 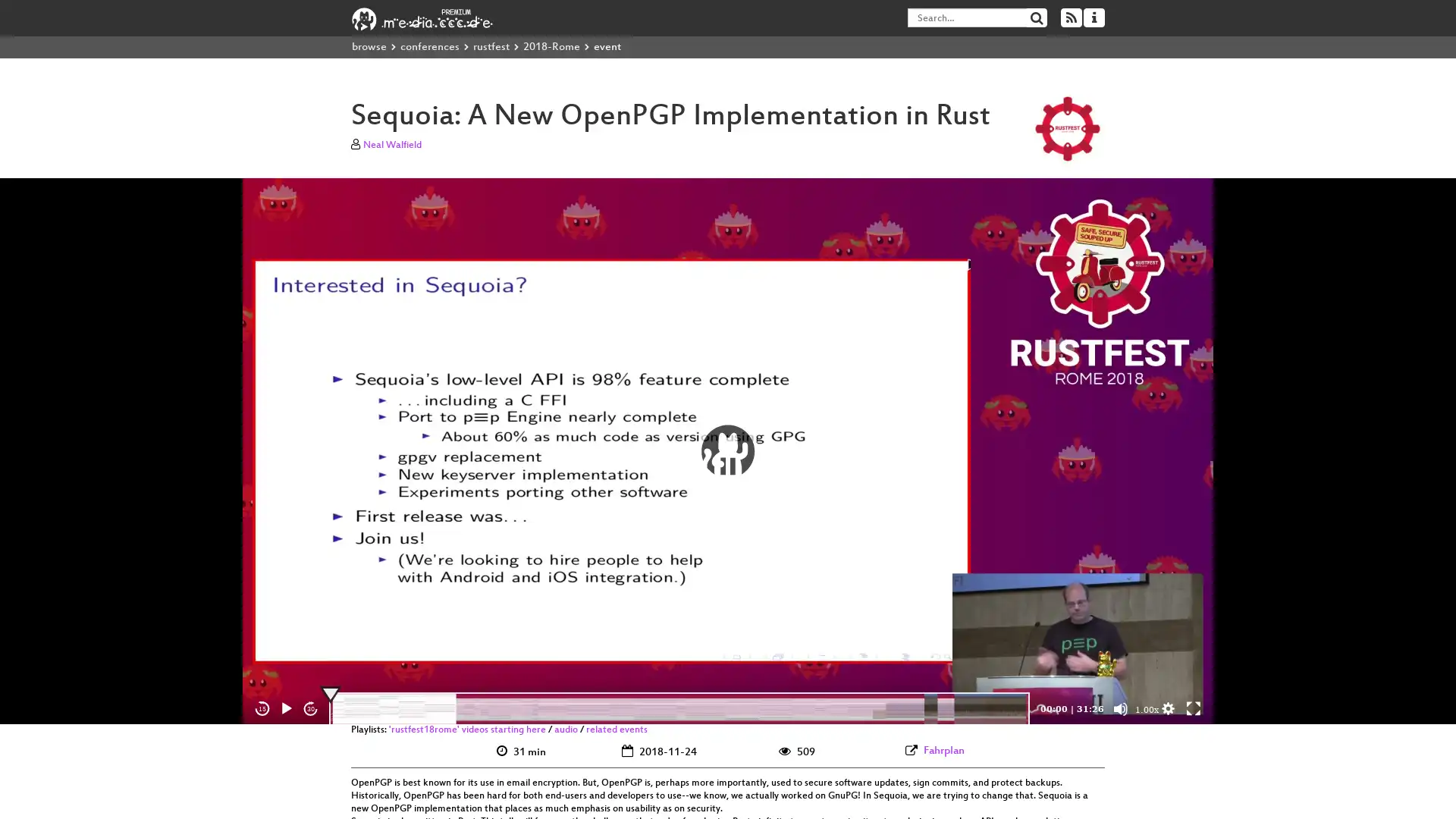 I want to click on Fullscreen, so click(x=1193, y=708).